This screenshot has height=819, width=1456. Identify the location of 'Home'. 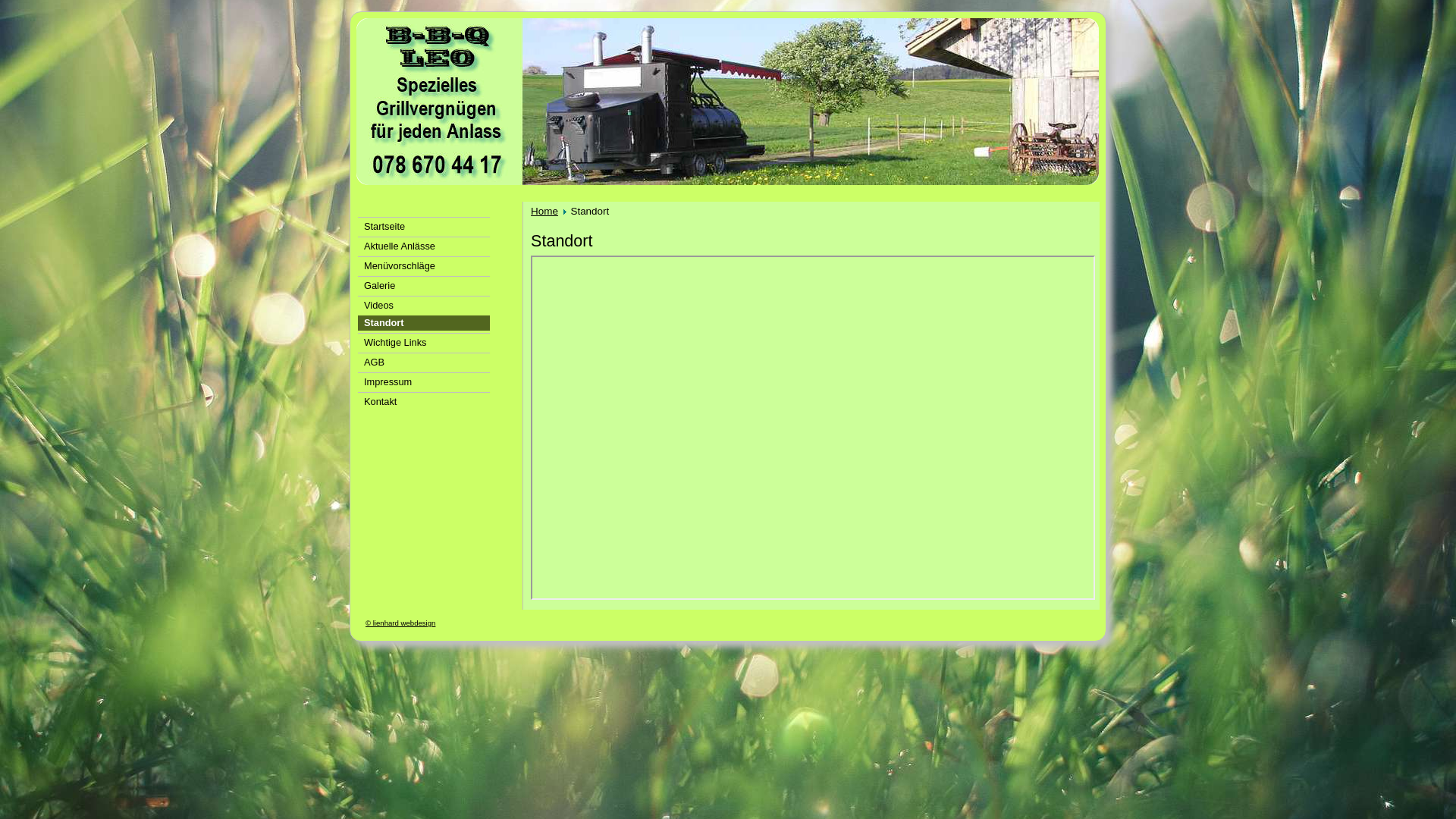
(531, 211).